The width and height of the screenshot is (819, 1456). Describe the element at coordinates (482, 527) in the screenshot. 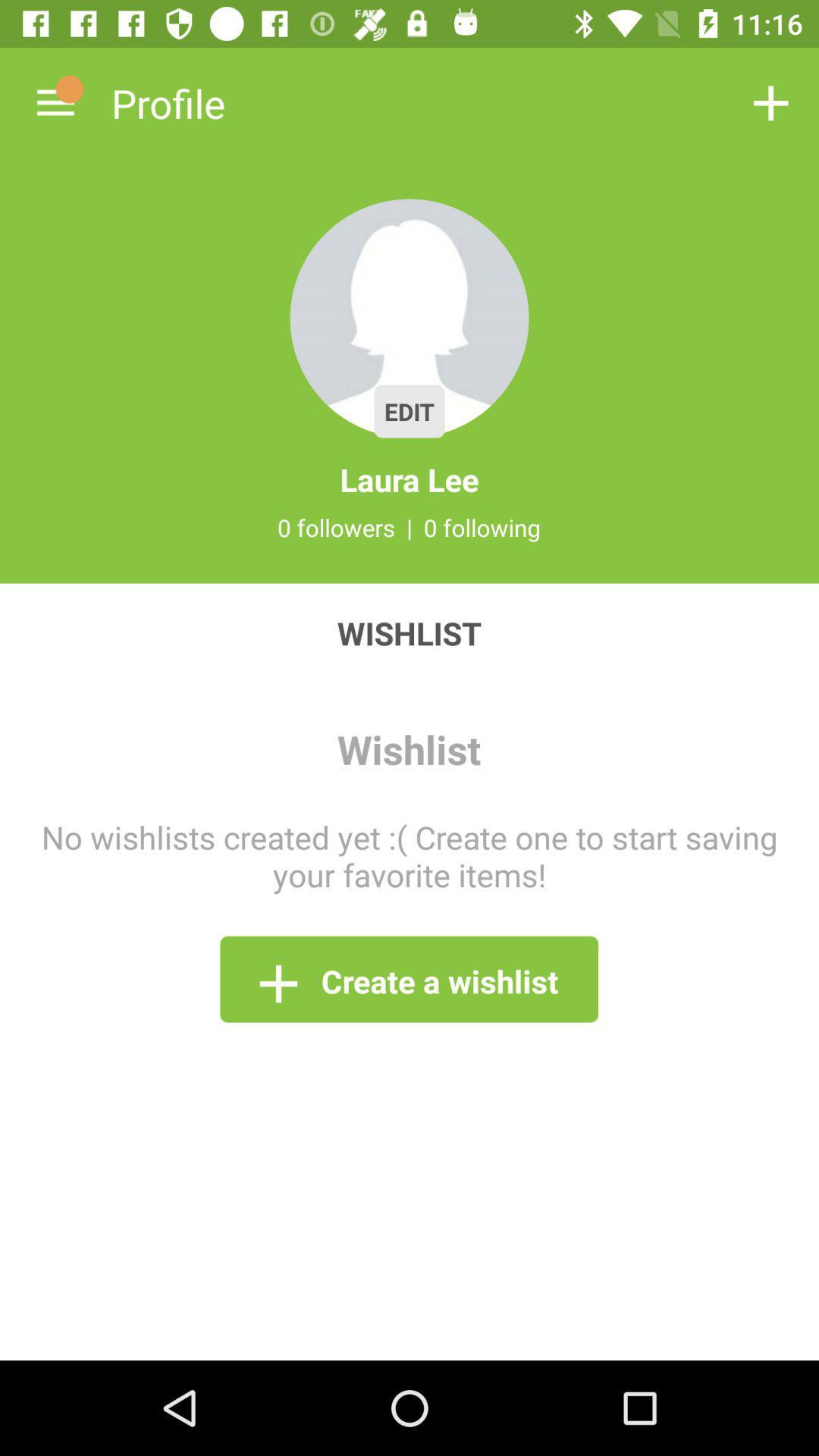

I see `item next to the   |   icon` at that location.